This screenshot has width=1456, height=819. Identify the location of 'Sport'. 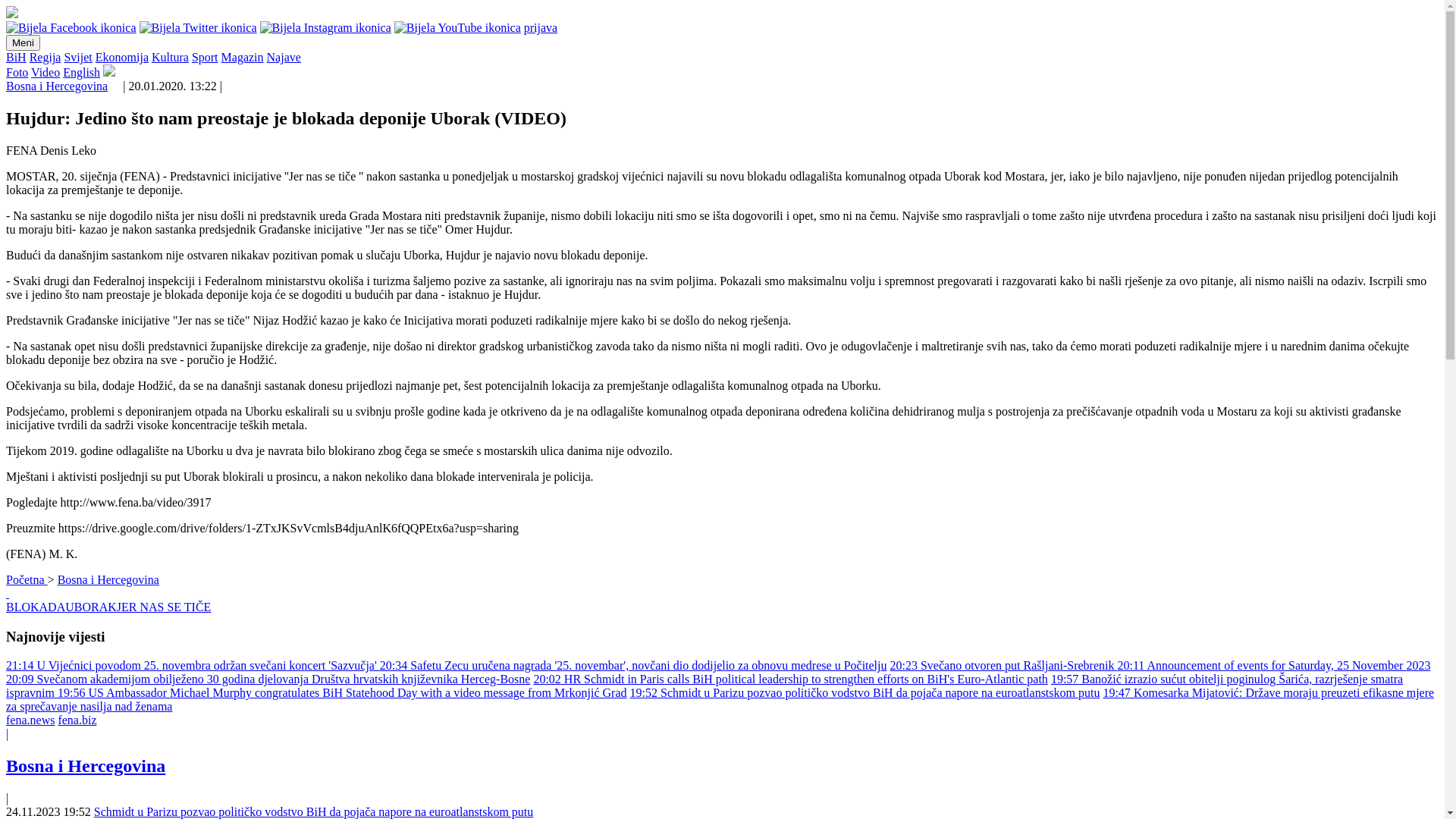
(204, 56).